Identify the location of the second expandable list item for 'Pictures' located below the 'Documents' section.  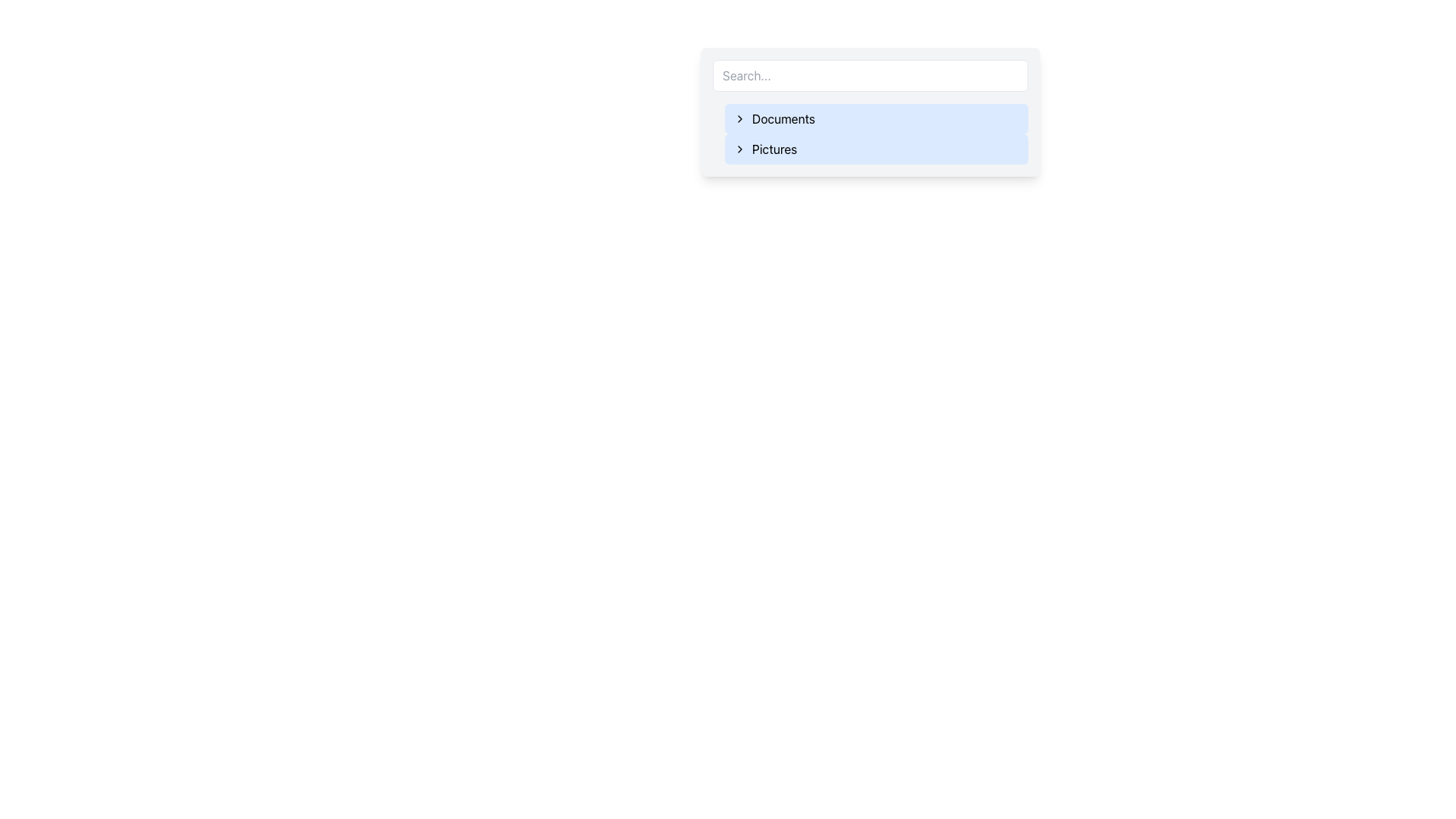
(877, 149).